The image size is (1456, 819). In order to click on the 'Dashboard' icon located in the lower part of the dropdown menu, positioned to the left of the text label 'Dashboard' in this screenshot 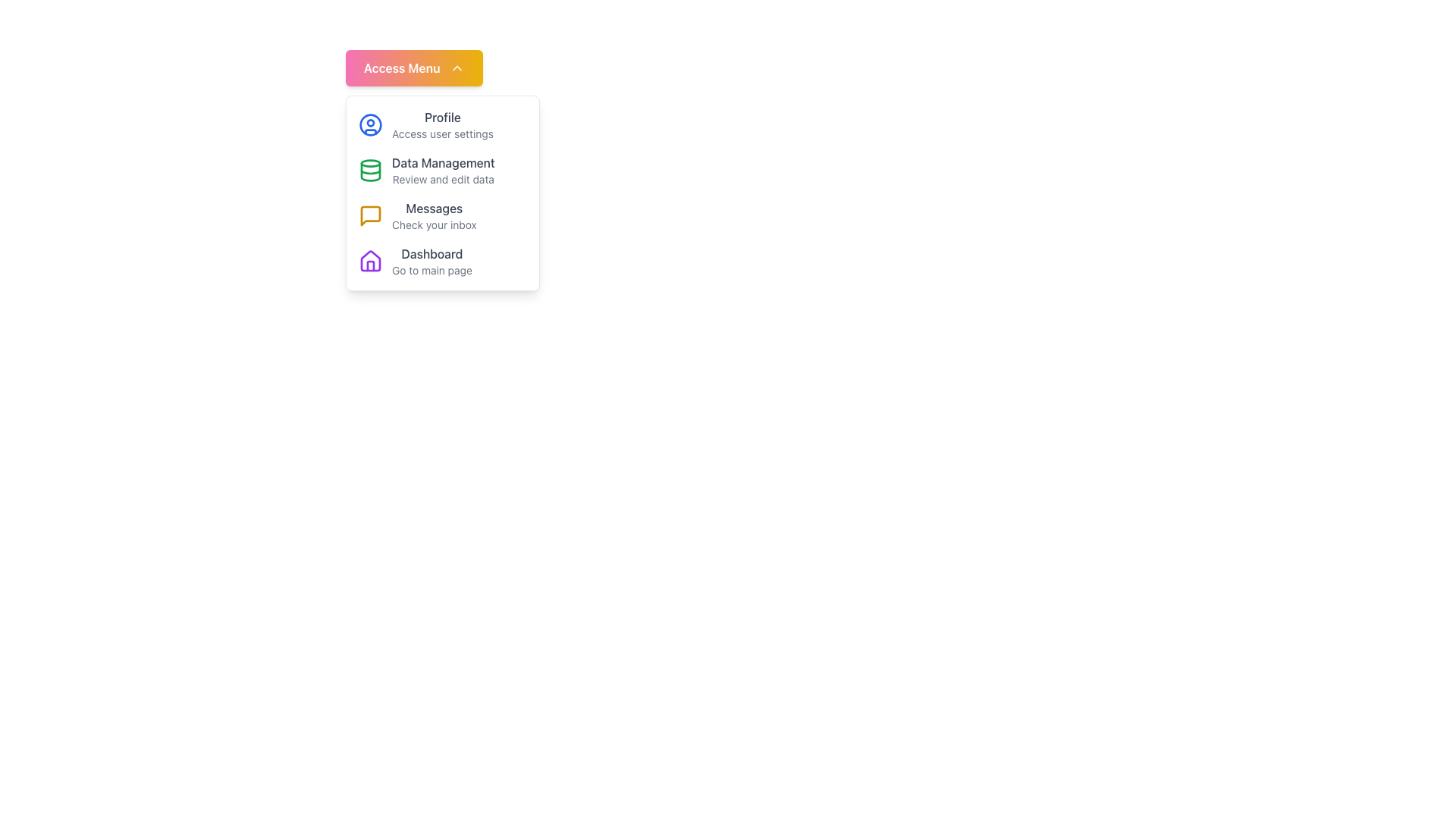, I will do `click(371, 260)`.